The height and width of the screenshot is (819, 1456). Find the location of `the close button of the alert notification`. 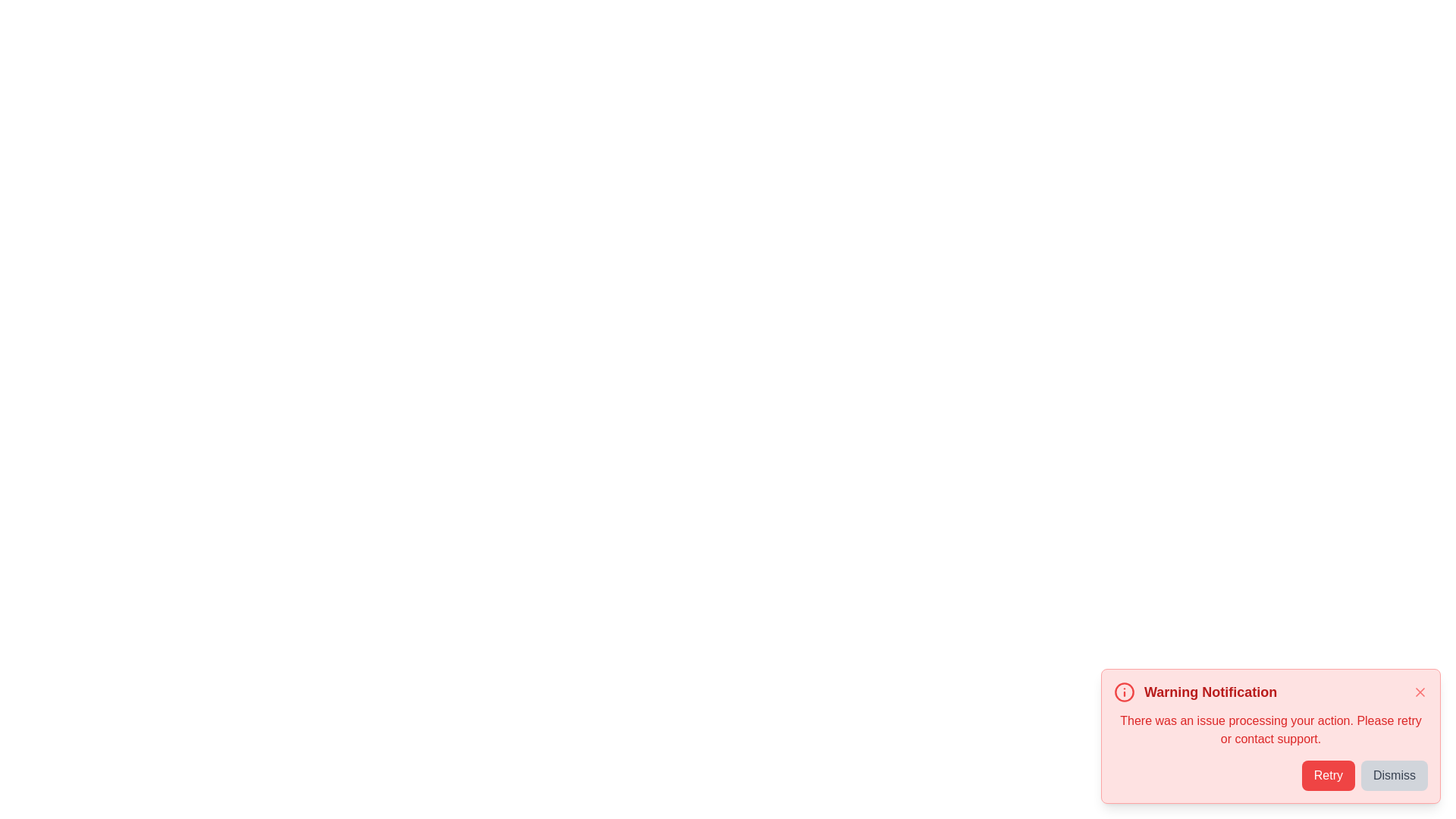

the close button of the alert notification is located at coordinates (1419, 692).